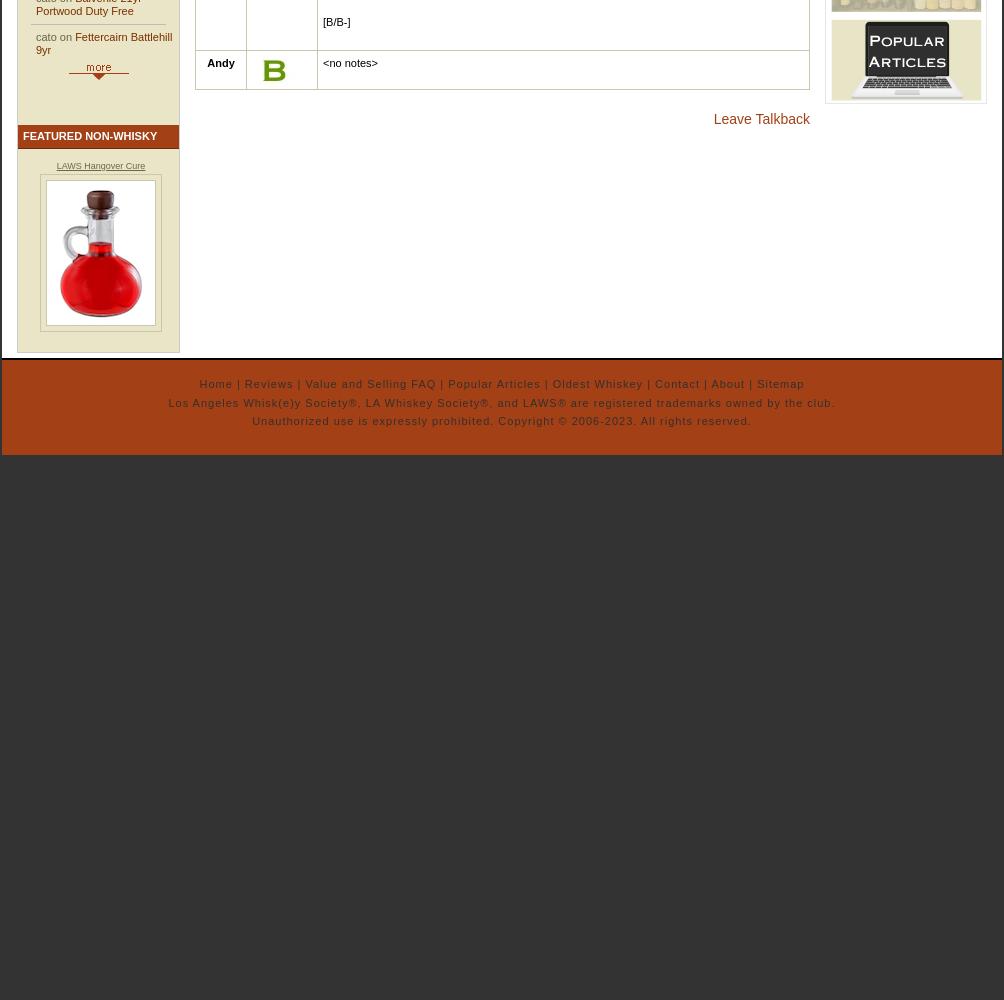 The height and width of the screenshot is (1000, 1004). I want to click on '<no notes>', so click(352, 62).